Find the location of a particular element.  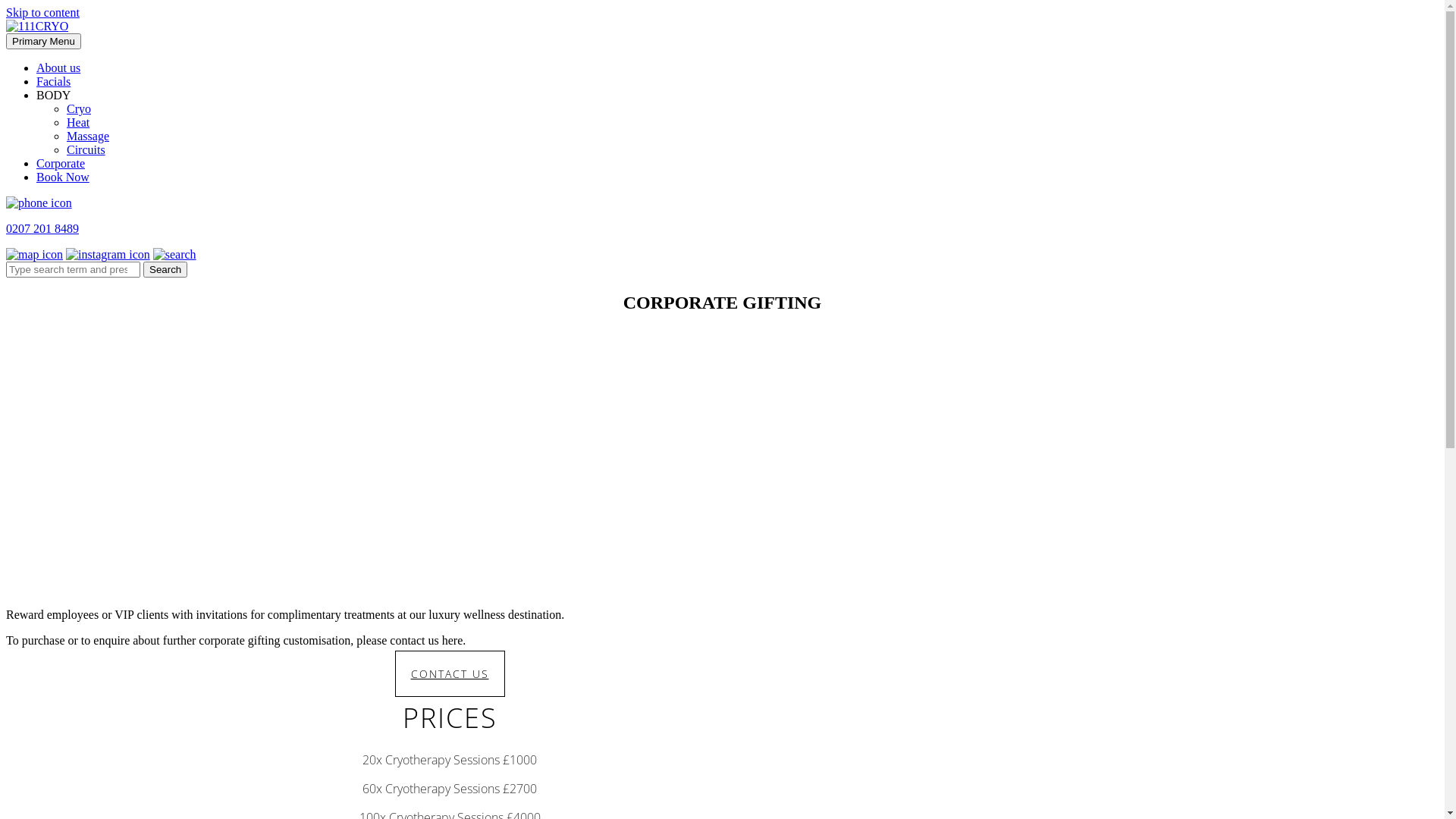

'CONTACT US' is located at coordinates (448, 673).